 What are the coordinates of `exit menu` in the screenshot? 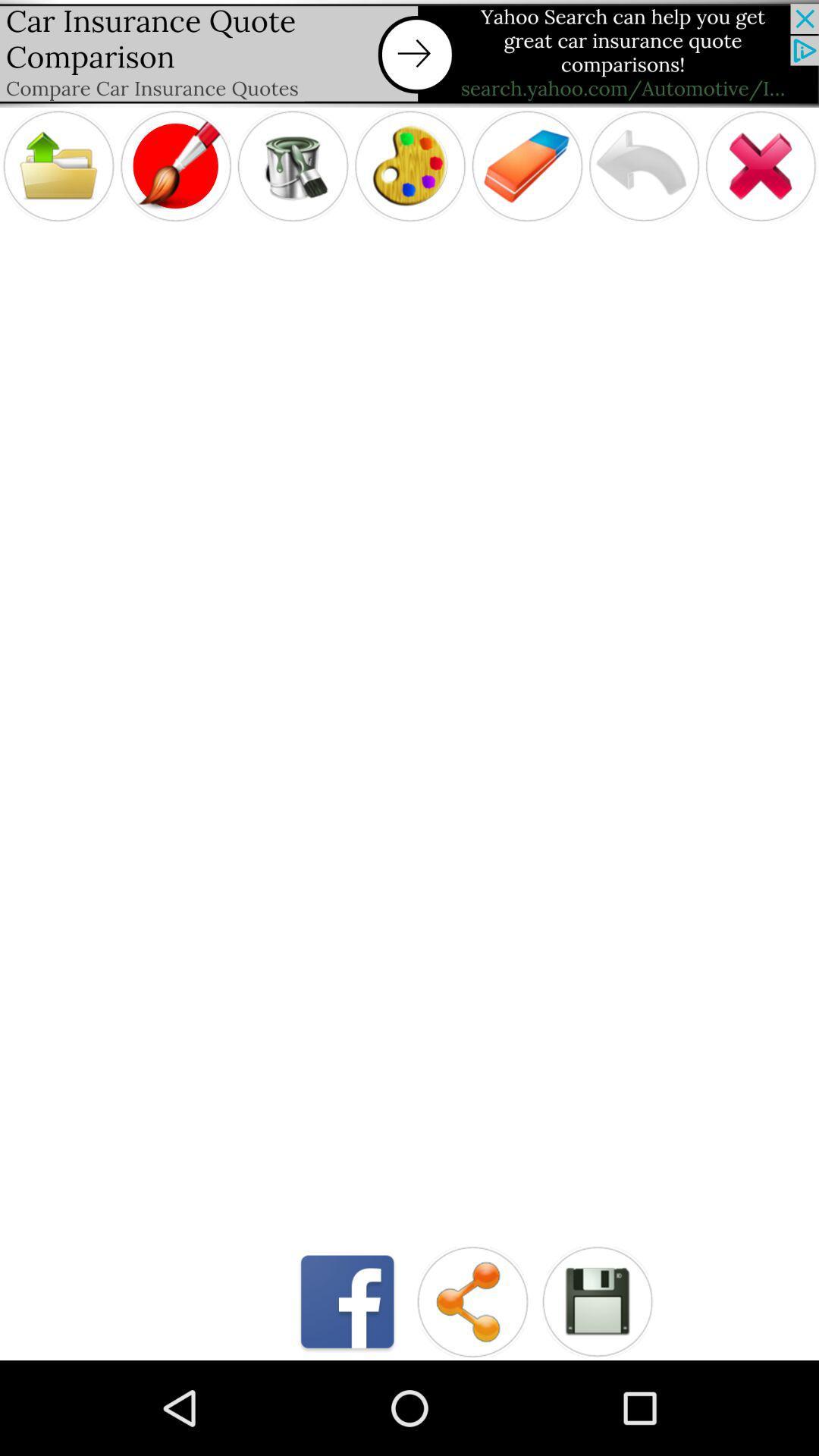 It's located at (761, 166).